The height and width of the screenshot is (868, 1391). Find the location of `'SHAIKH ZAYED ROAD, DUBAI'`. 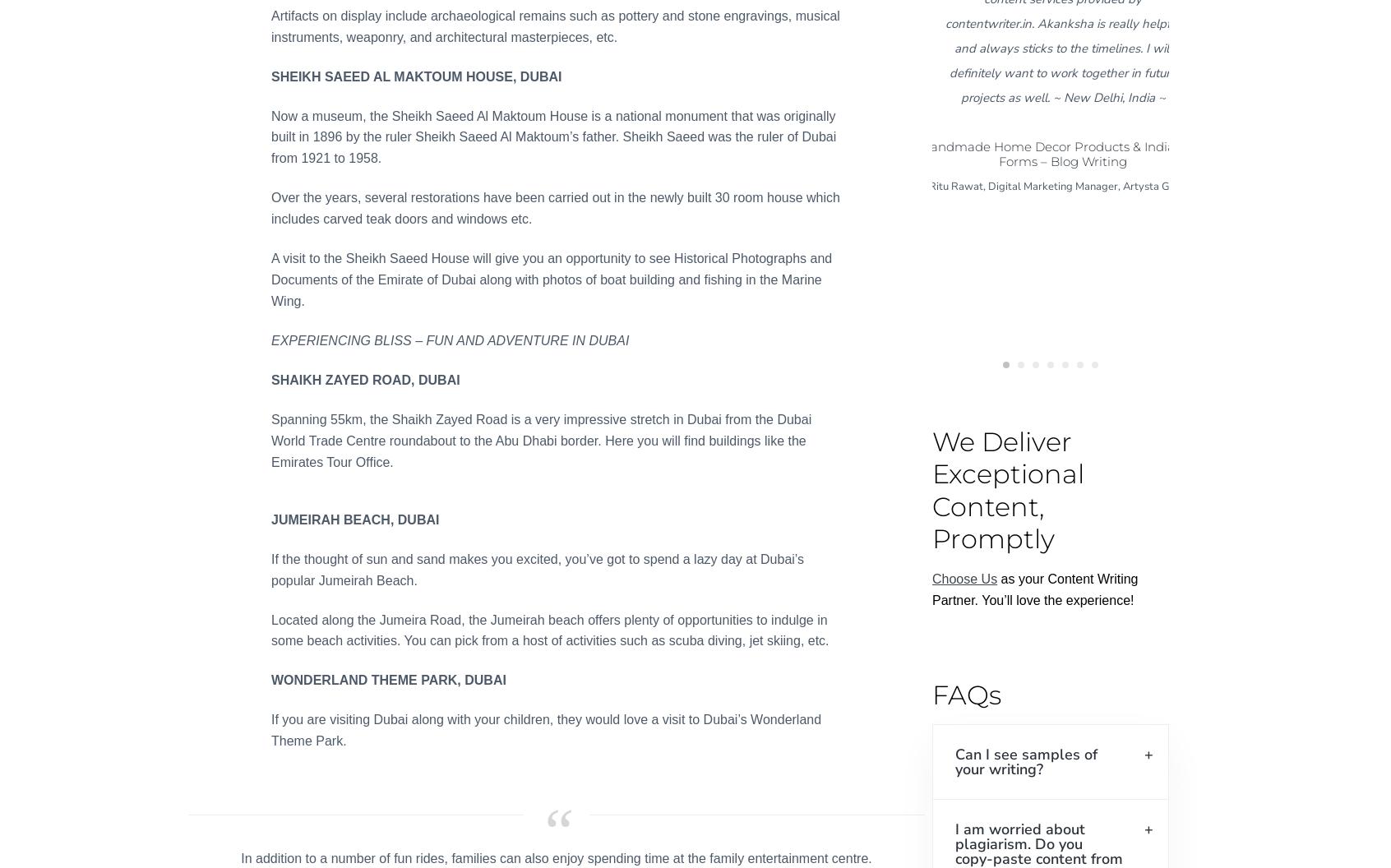

'SHAIKH ZAYED ROAD, DUBAI' is located at coordinates (364, 379).